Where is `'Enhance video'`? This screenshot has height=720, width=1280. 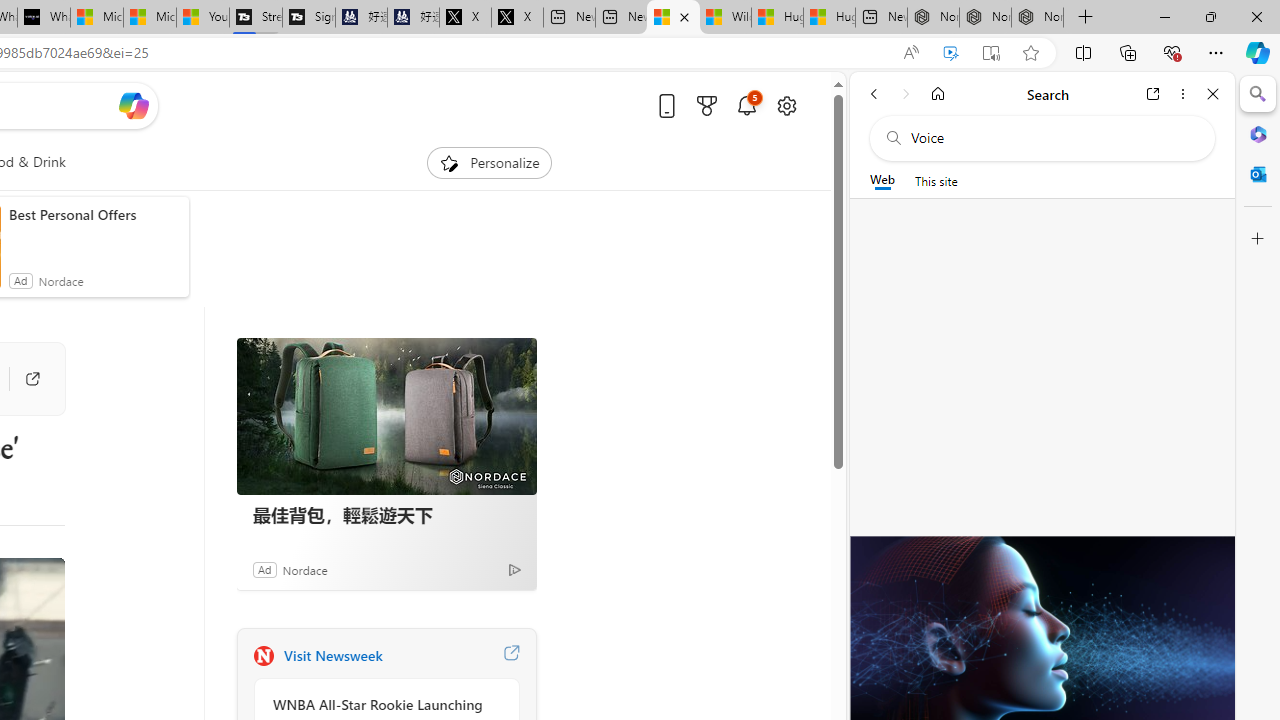
'Enhance video' is located at coordinates (950, 52).